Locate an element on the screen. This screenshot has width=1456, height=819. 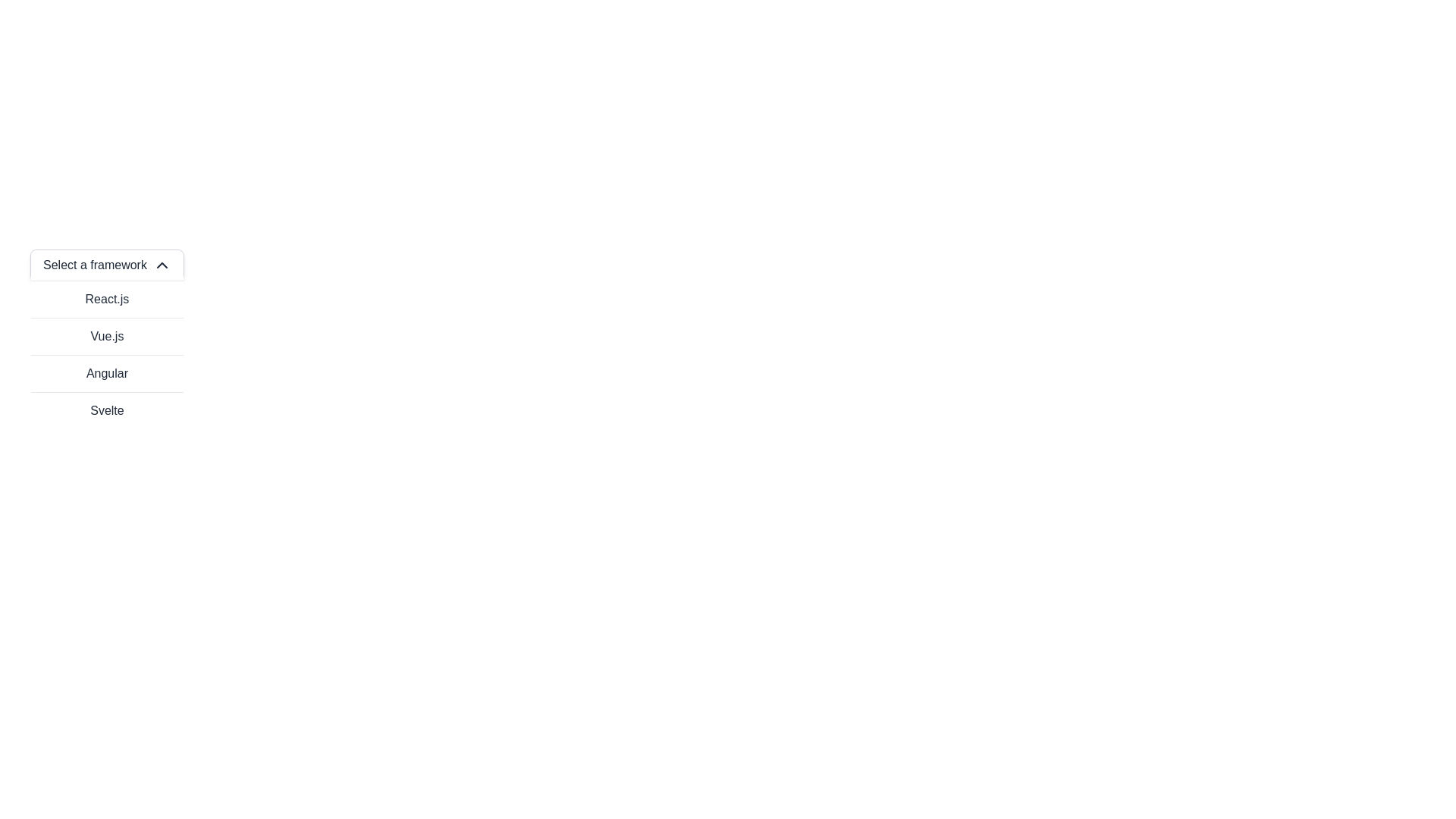
the third item in the list representing the 'Angular' framework is located at coordinates (106, 373).